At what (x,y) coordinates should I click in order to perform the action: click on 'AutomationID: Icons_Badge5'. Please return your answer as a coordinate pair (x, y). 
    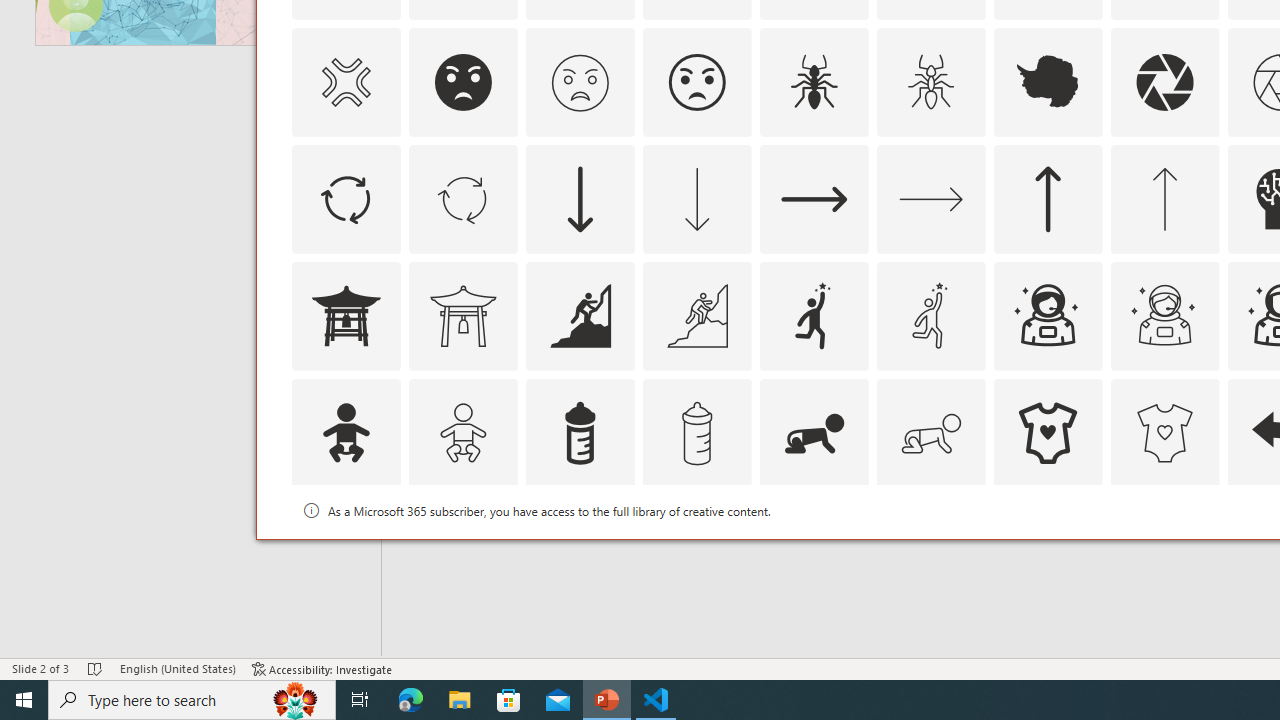
    Looking at the image, I should click on (1164, 550).